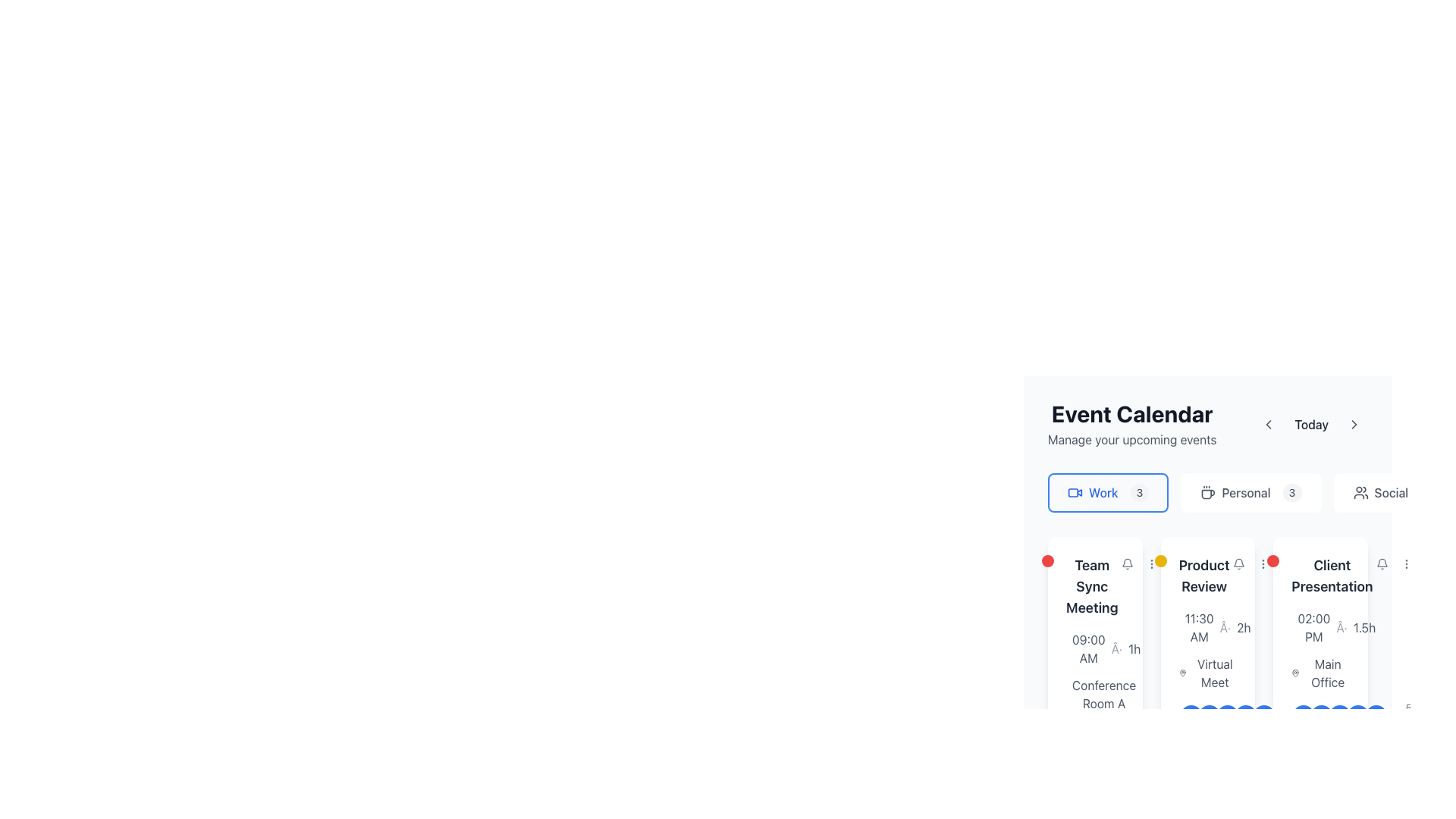 This screenshot has height=819, width=1456. I want to click on the text displaying the time '11:30 AM' followed by '2h' within the 'Product Review' card to understand the schedule, so click(1207, 628).